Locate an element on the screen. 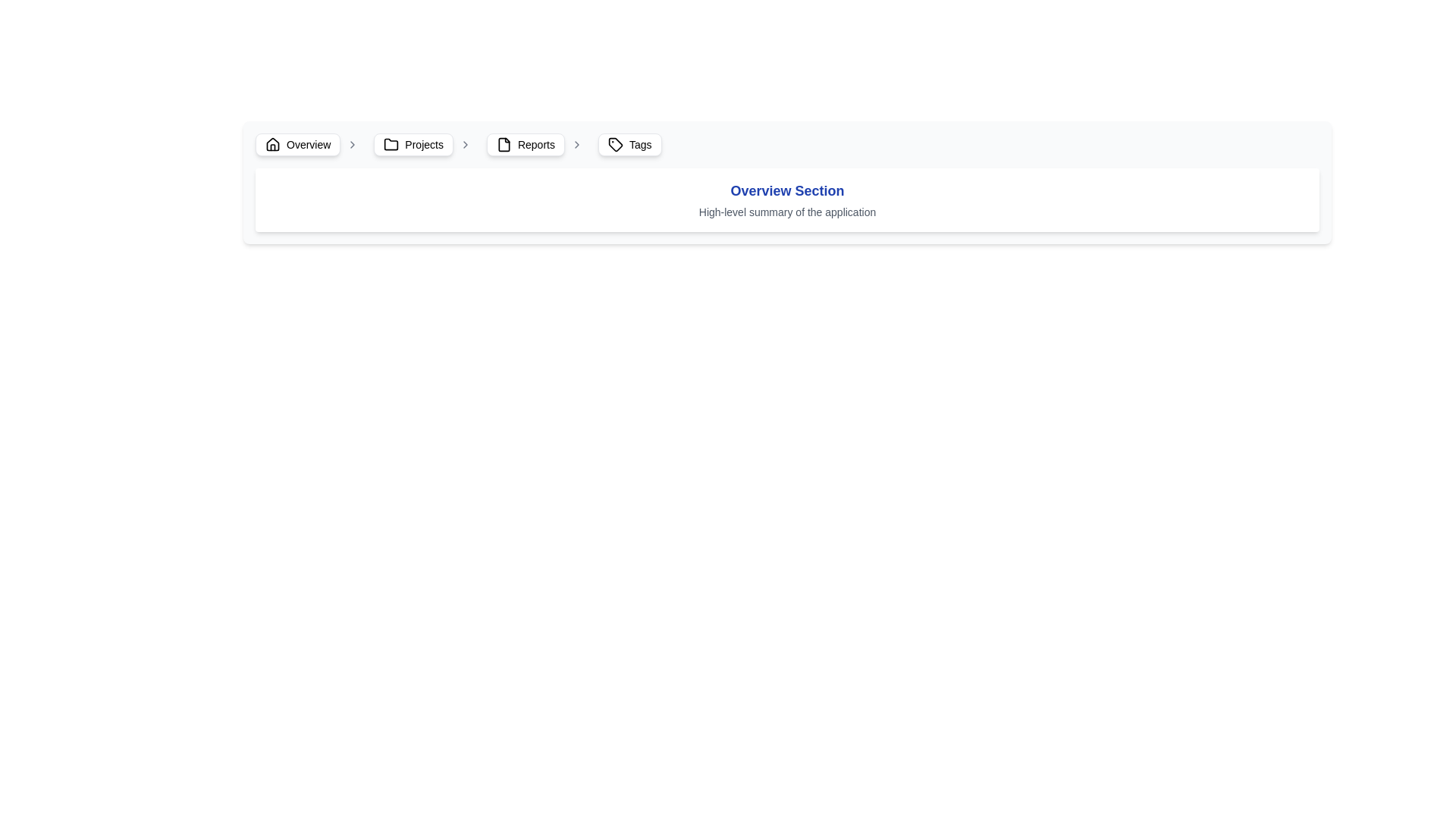  the 'Projects' text label within the breadcrumb navigation bar, which is part of a button-like component with rounded corners and light shading is located at coordinates (424, 145).